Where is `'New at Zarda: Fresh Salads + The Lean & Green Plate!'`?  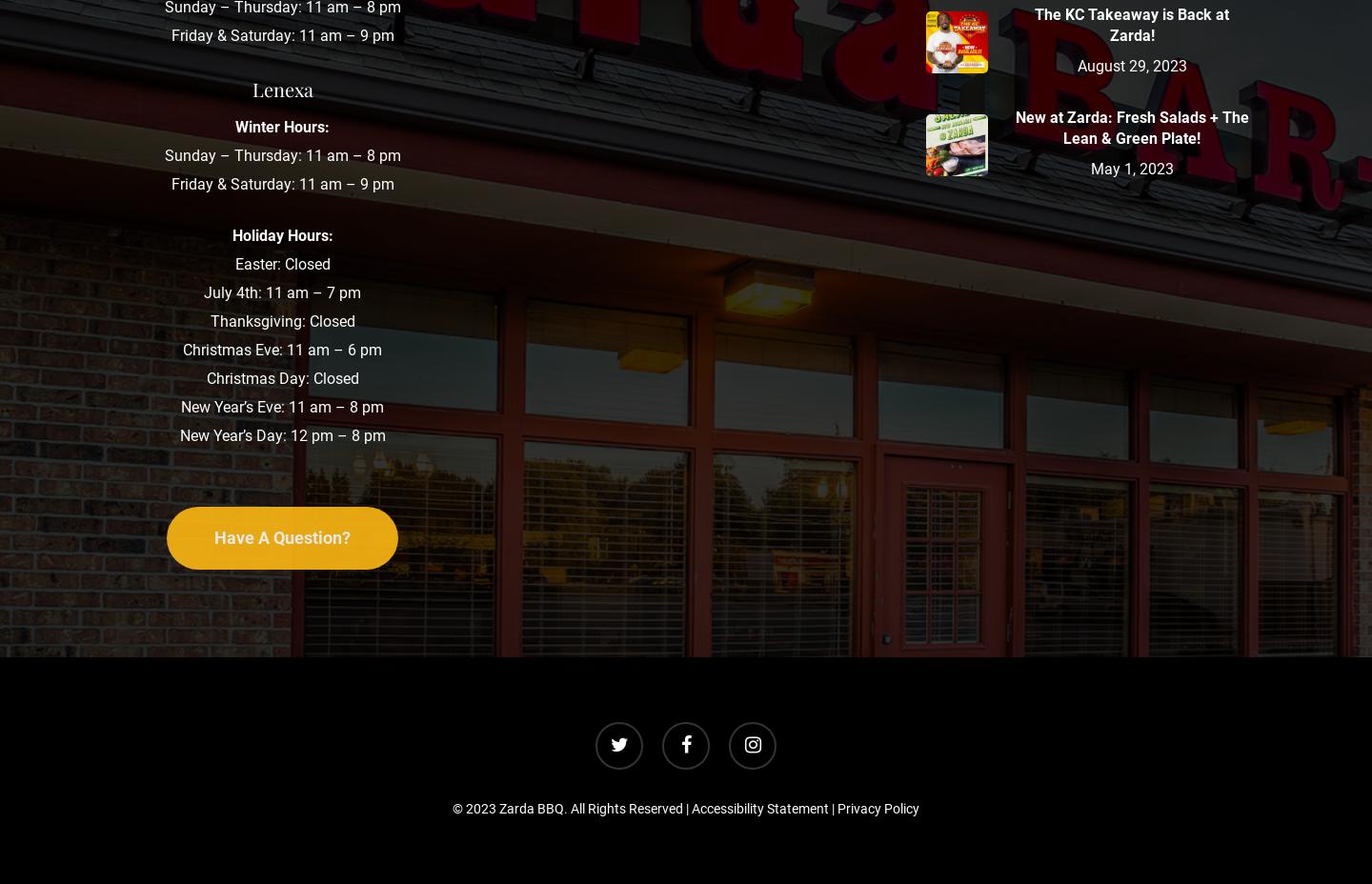 'New at Zarda: Fresh Salads + The Lean & Green Plate!' is located at coordinates (1015, 127).